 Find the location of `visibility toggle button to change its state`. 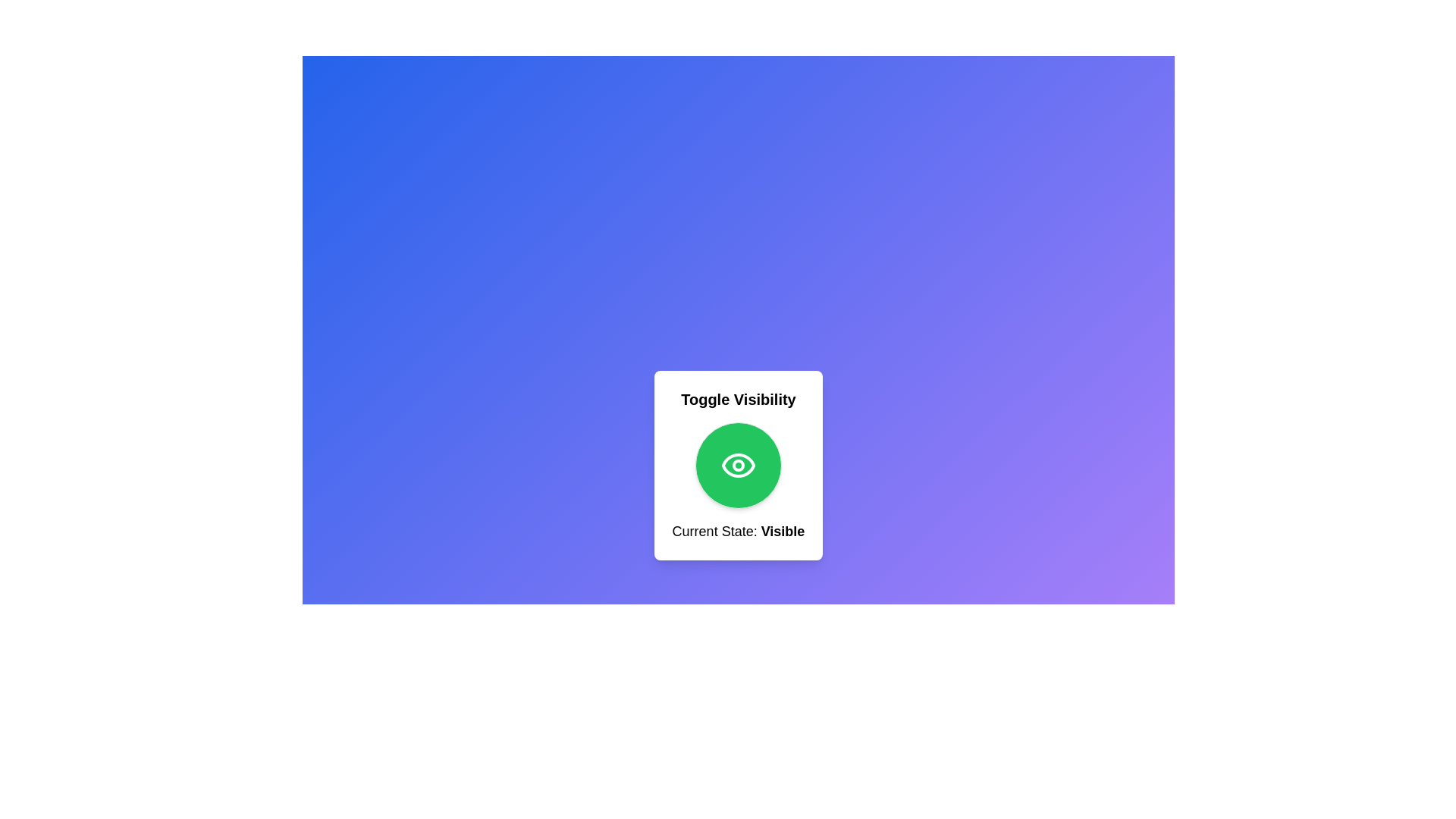

visibility toggle button to change its state is located at coordinates (739, 464).